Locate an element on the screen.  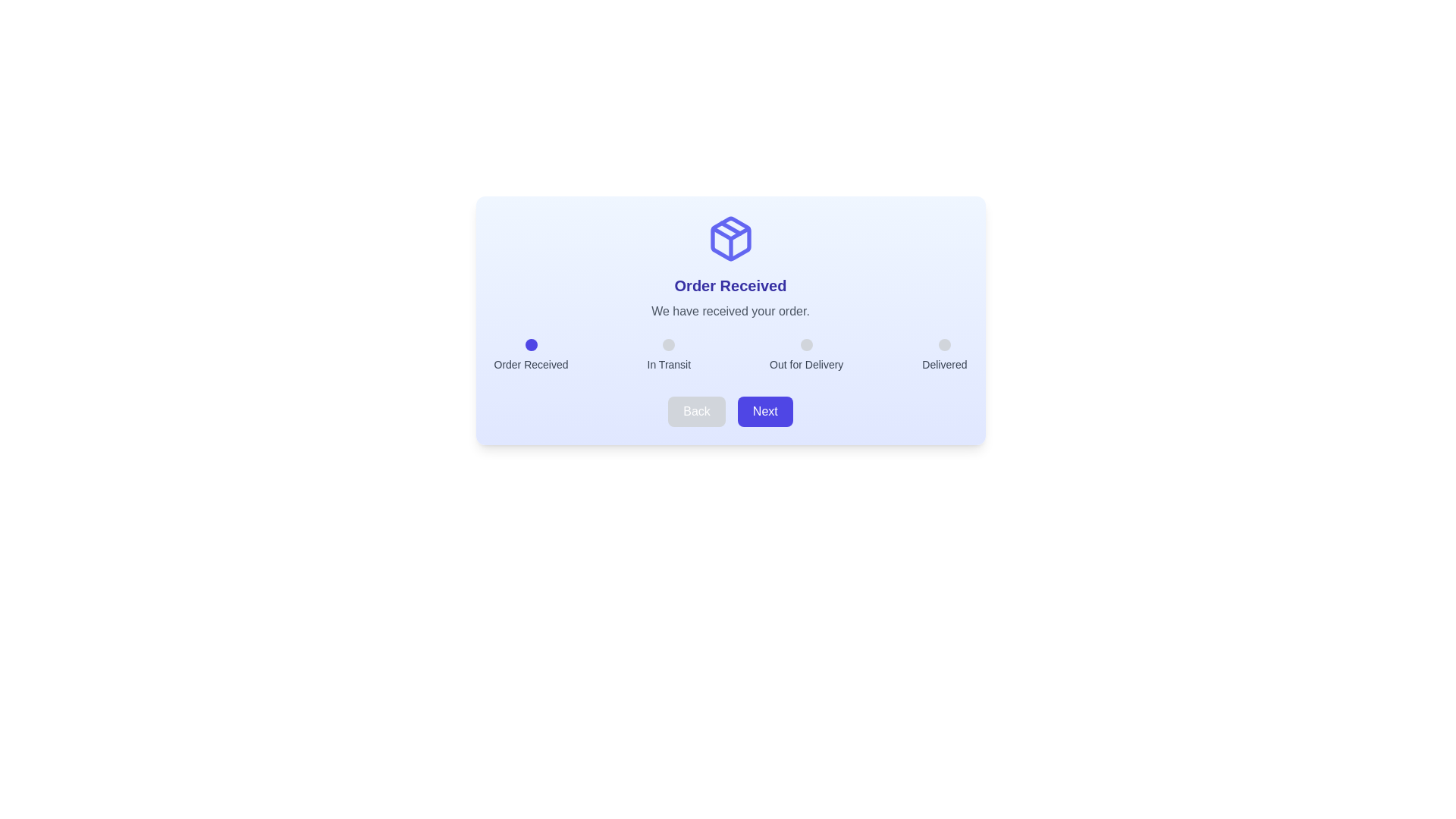
the step indicator for Delivered to highlight it is located at coordinates (943, 345).